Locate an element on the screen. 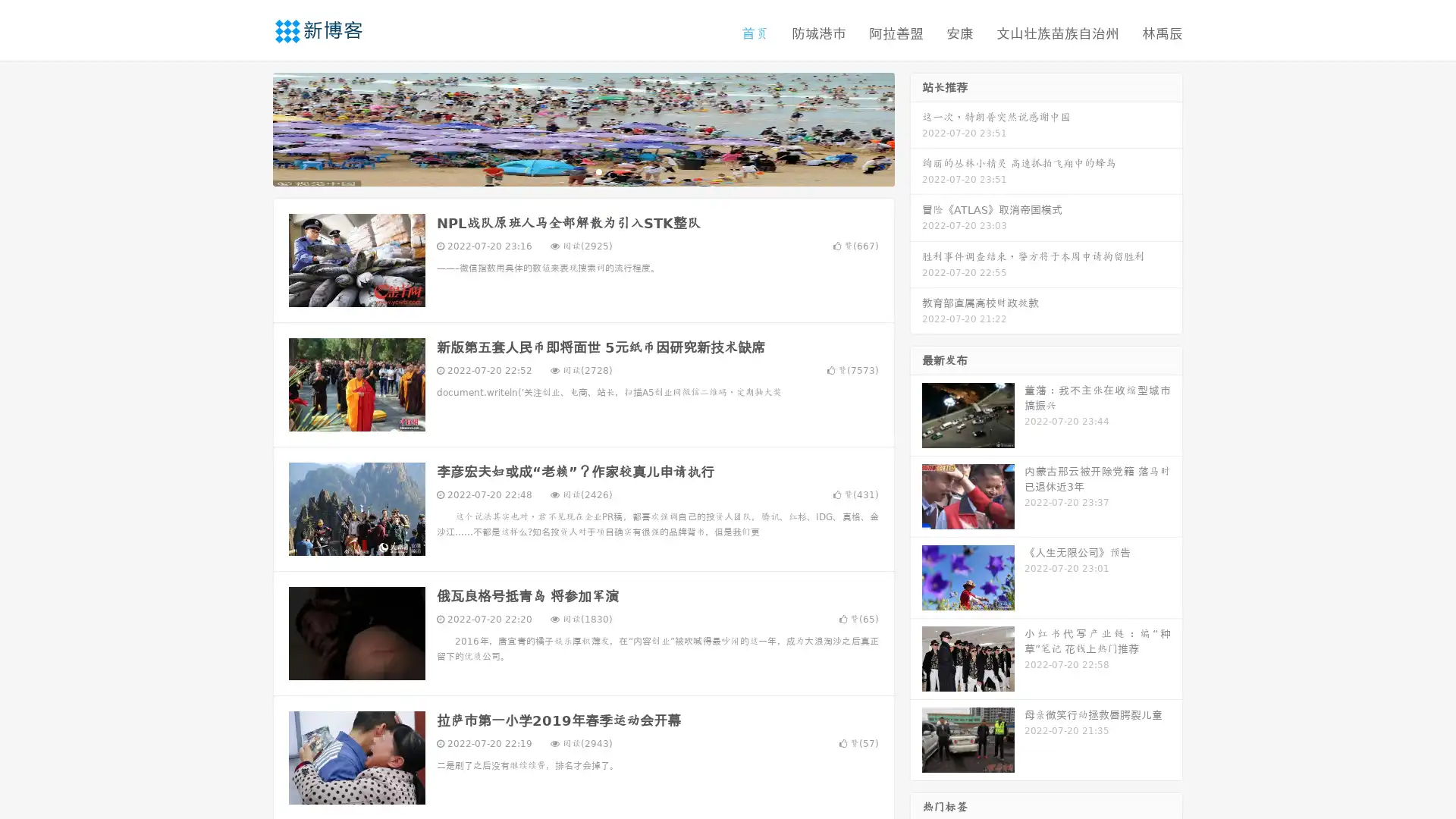 This screenshot has height=819, width=1456. Go to slide 2 is located at coordinates (582, 171).